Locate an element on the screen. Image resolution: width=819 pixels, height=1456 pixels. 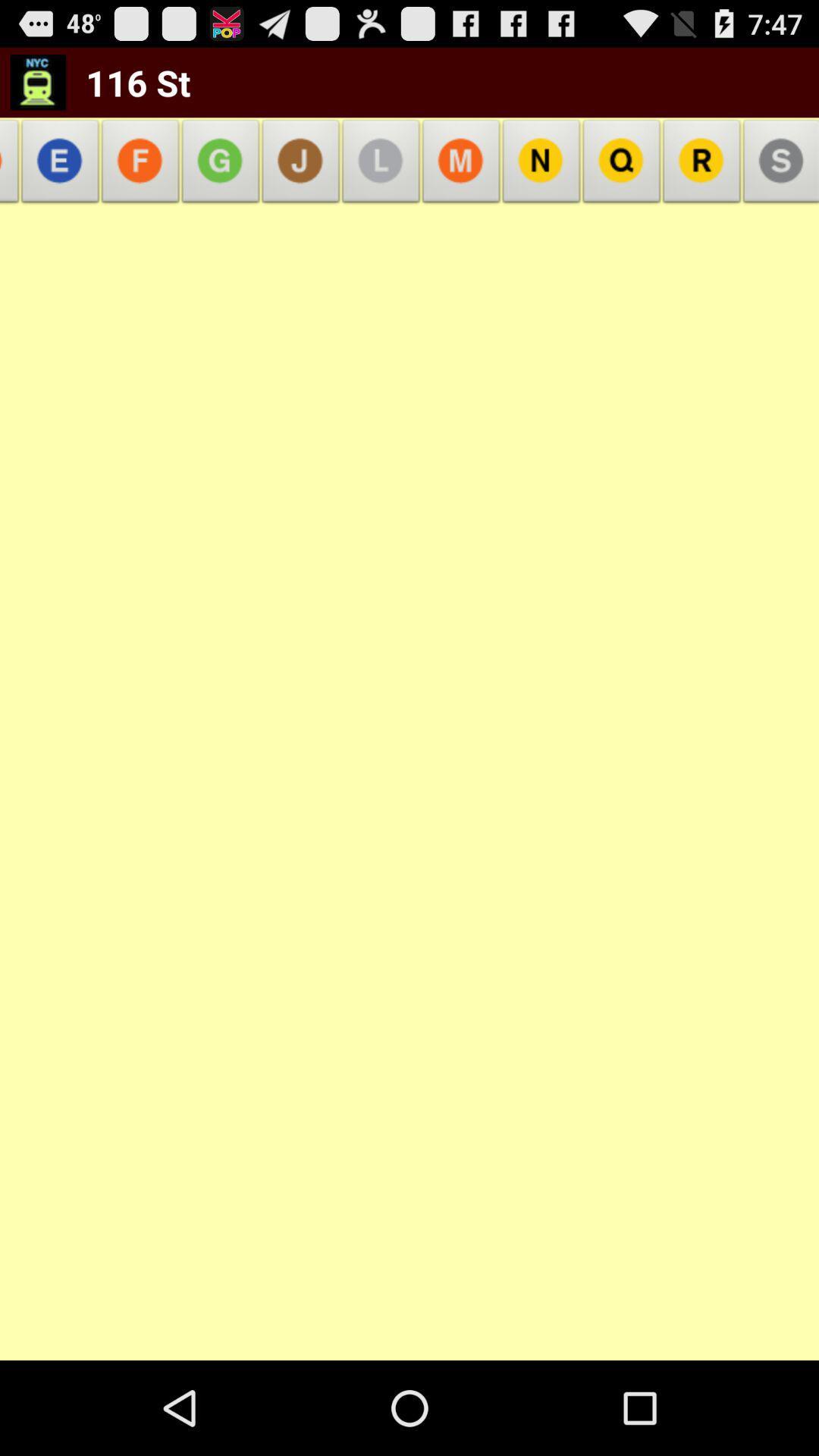
the 116 st app is located at coordinates (127, 82).